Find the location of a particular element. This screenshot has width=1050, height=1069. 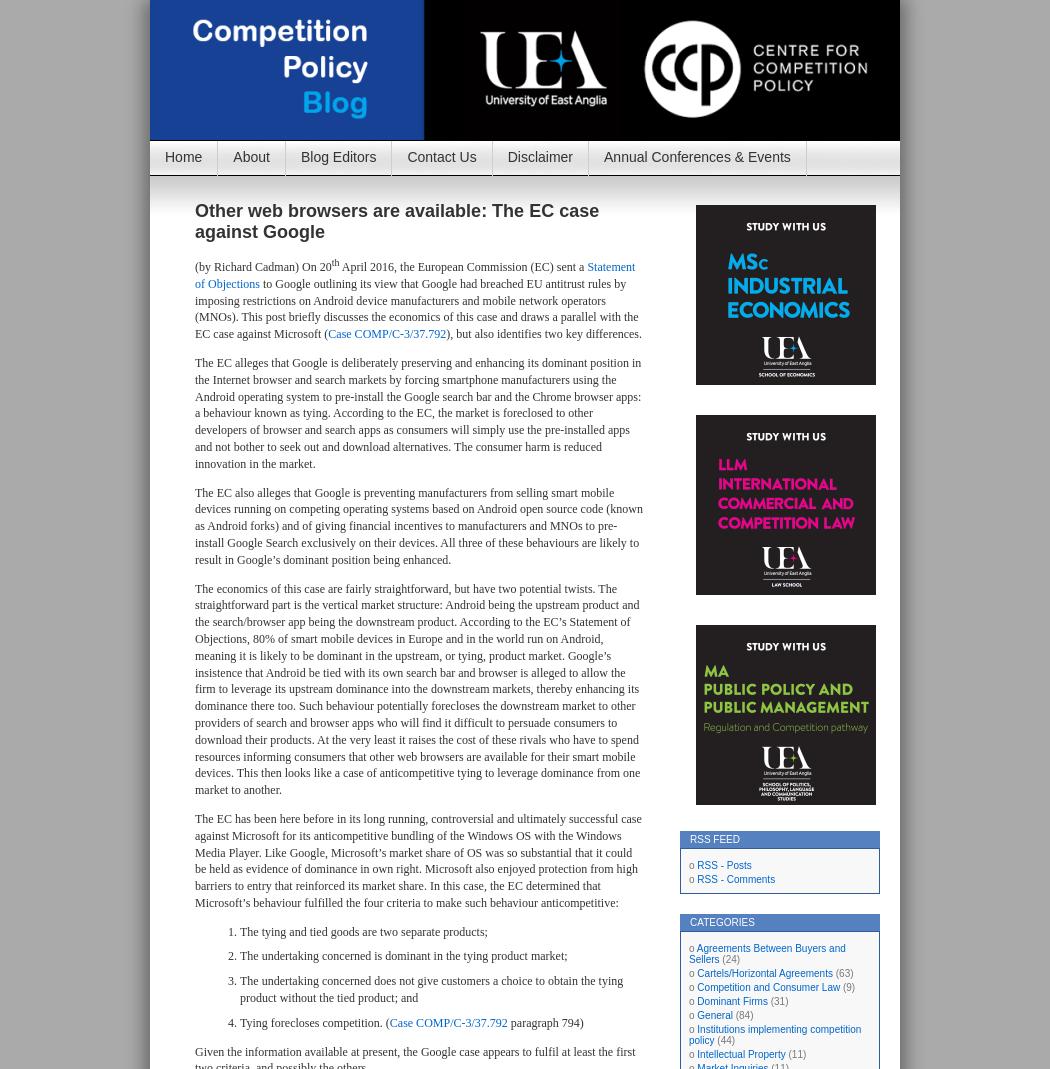

'(9)' is located at coordinates (847, 987).